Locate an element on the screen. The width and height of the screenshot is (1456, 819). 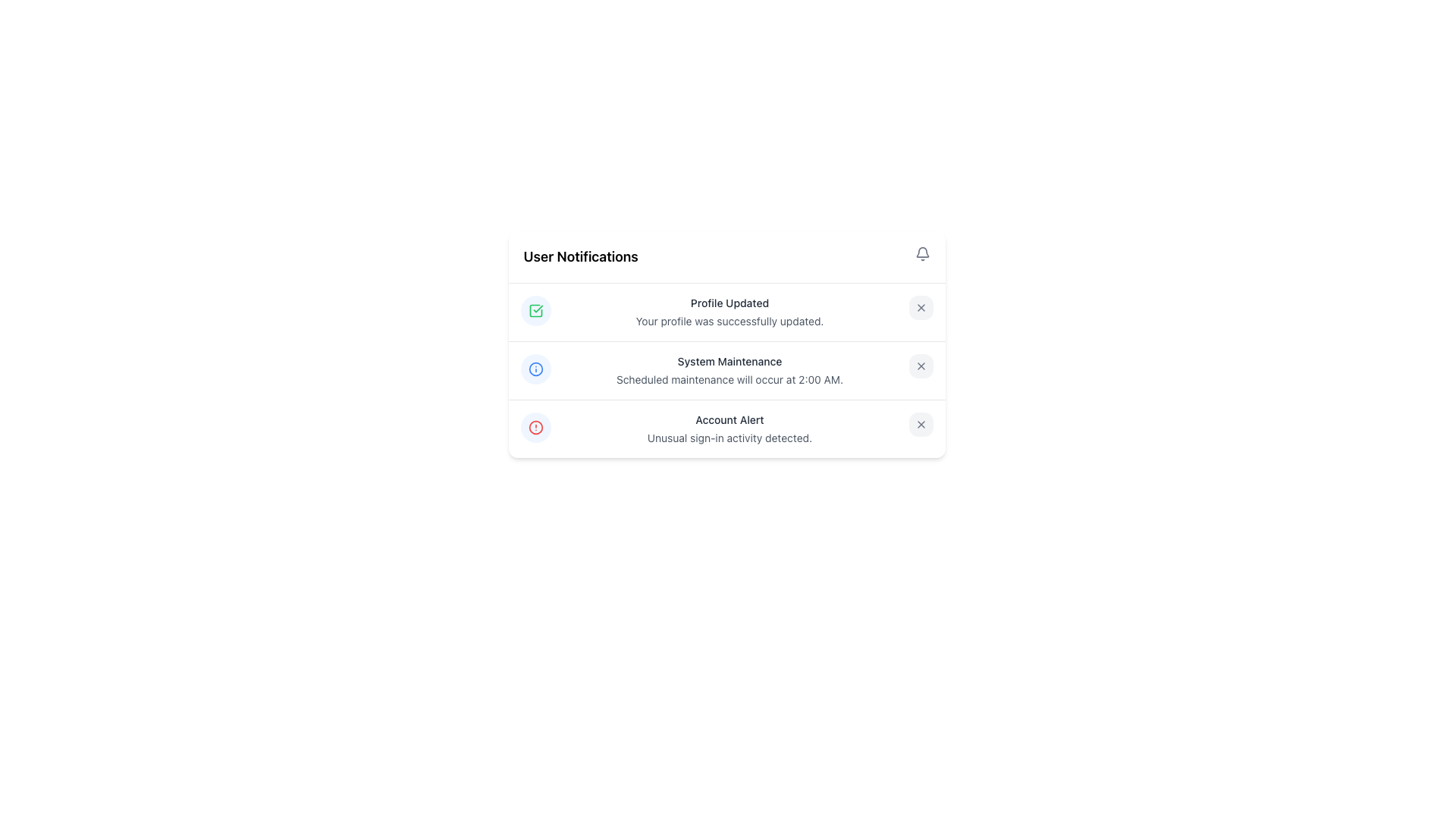
'User Notifications' text label to understand the context of the notifications section in the interface is located at coordinates (580, 256).